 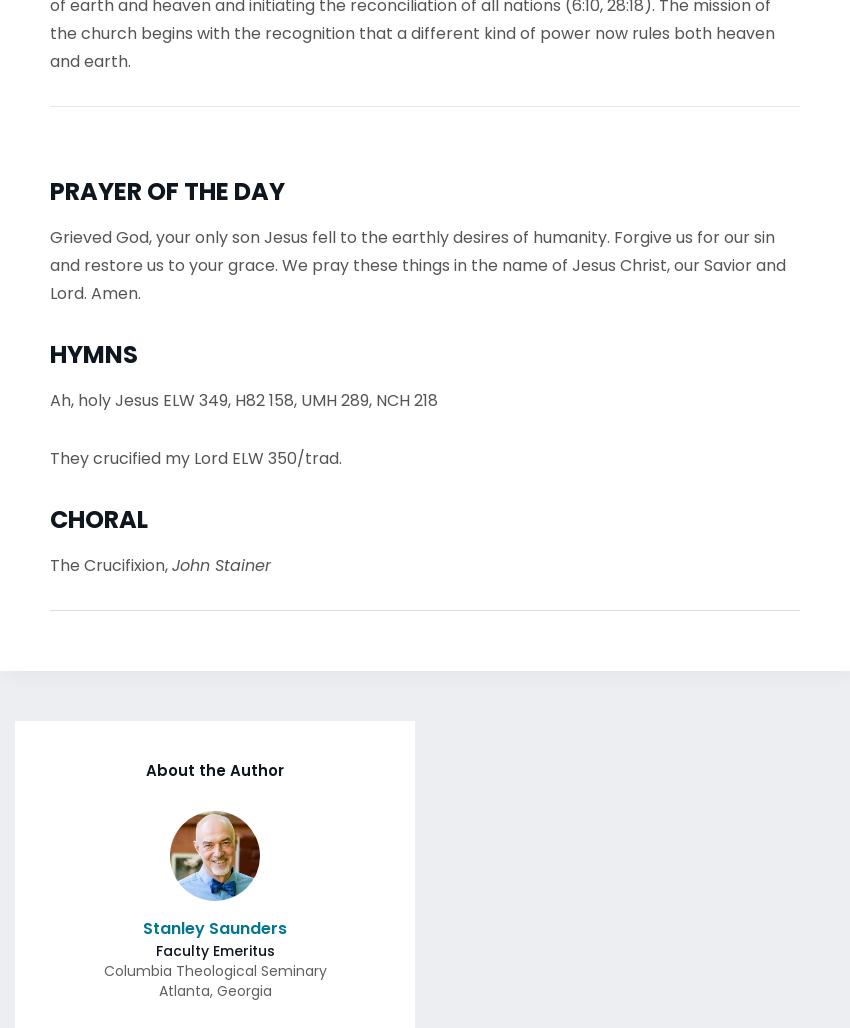 What do you see at coordinates (167, 185) in the screenshot?
I see `'PRAYER OF THE DAY'` at bounding box center [167, 185].